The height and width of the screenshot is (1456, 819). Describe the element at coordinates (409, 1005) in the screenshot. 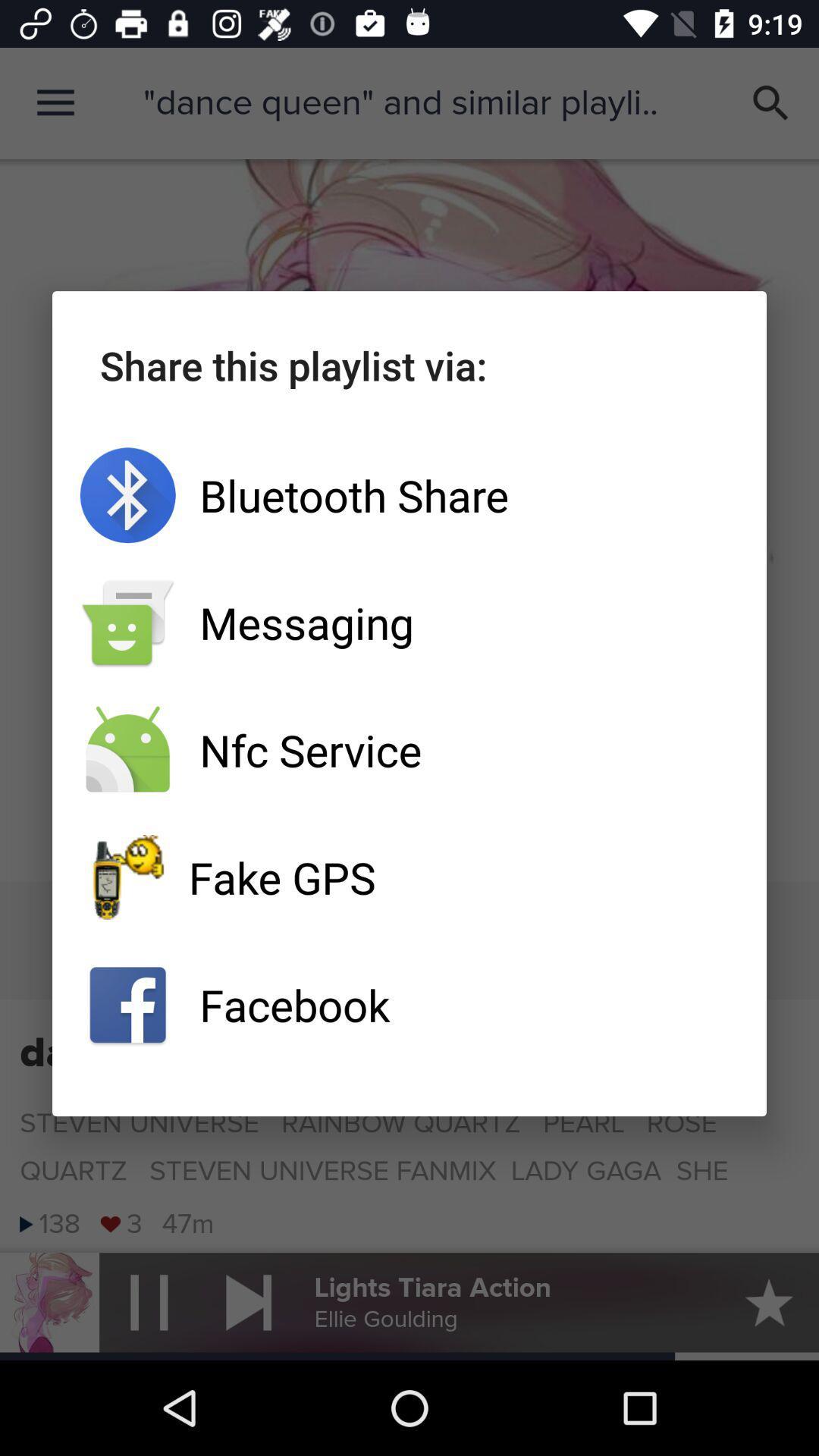

I see `facebook at the bottom` at that location.